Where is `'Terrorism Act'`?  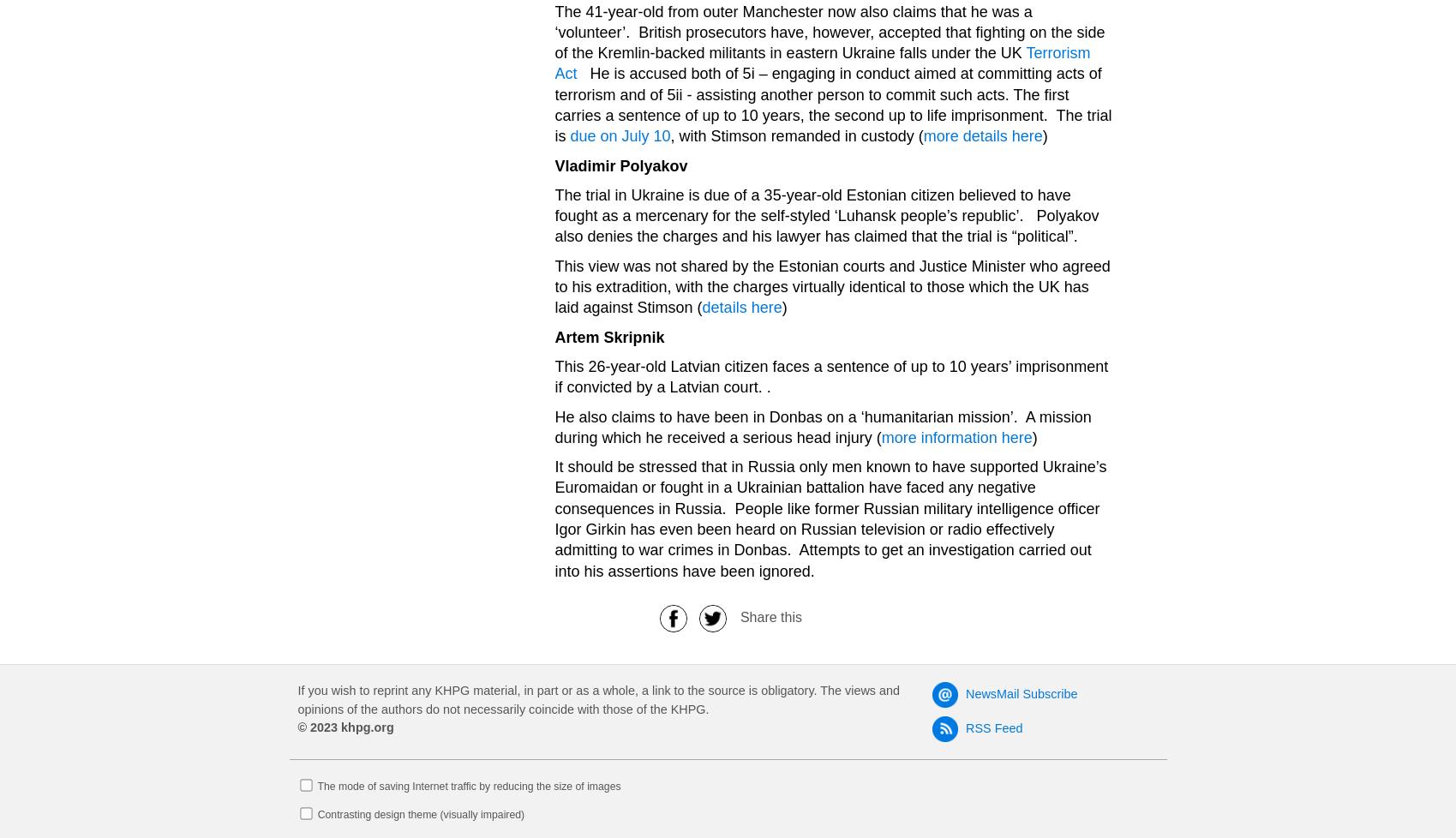 'Terrorism Act' is located at coordinates (822, 63).